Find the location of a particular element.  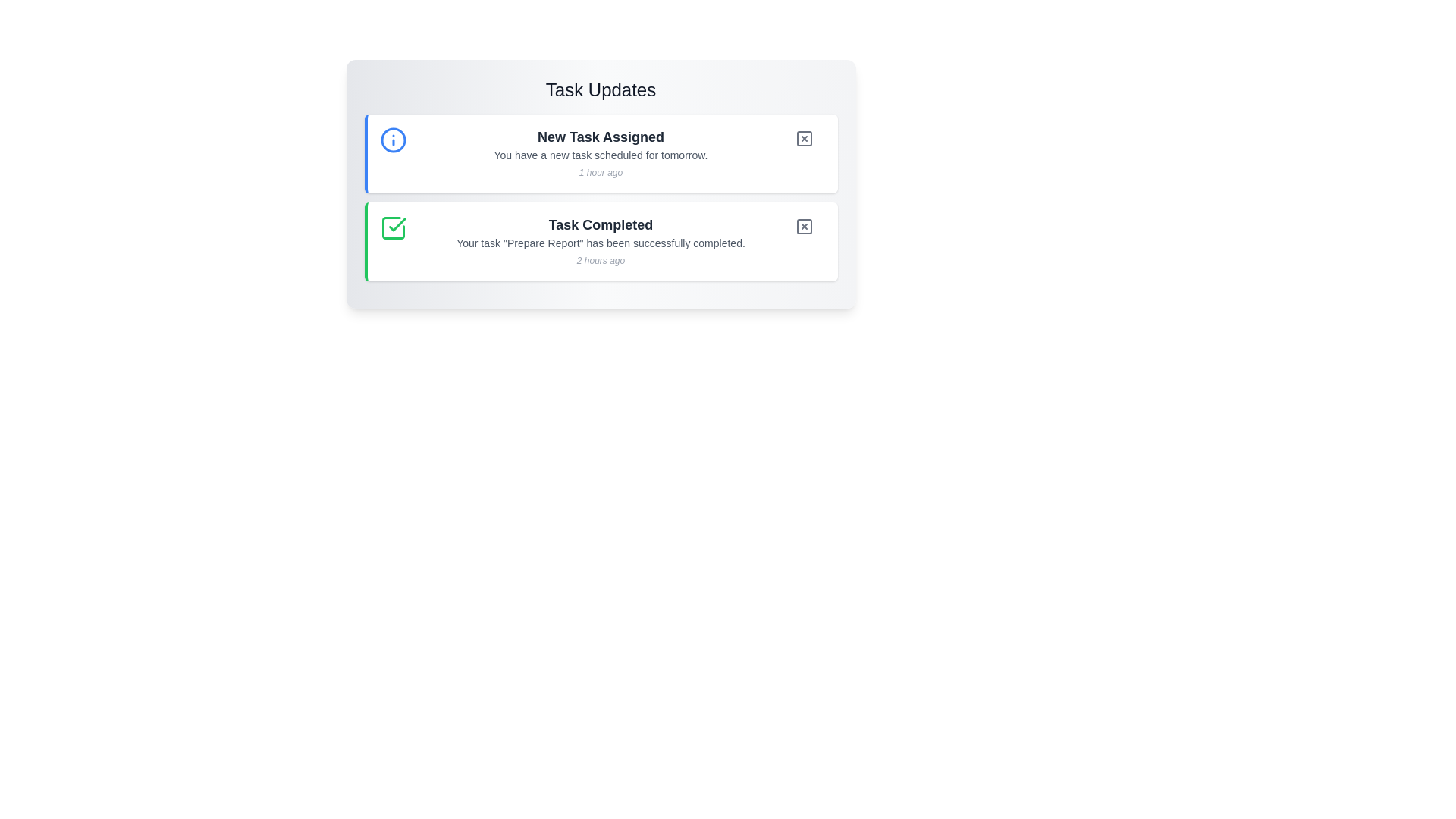

the first notification card titled 'New Task Assigned' in the 'Task Updates' section is located at coordinates (600, 154).